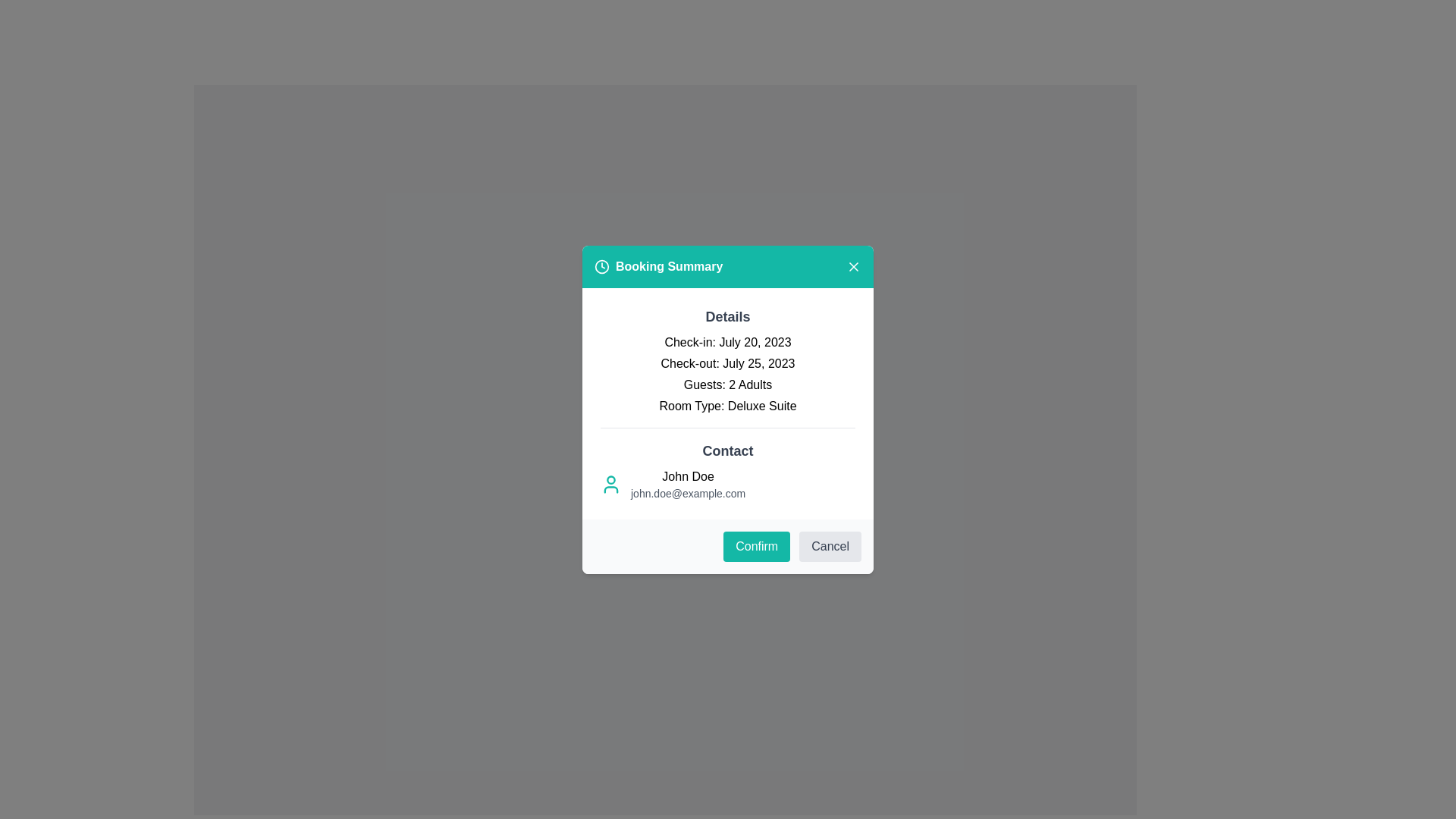 The width and height of the screenshot is (1456, 819). Describe the element at coordinates (728, 342) in the screenshot. I see `the non-interactive text label displaying the check-in date for a booking, which is the first item under the 'Details' section in the modal window` at that location.